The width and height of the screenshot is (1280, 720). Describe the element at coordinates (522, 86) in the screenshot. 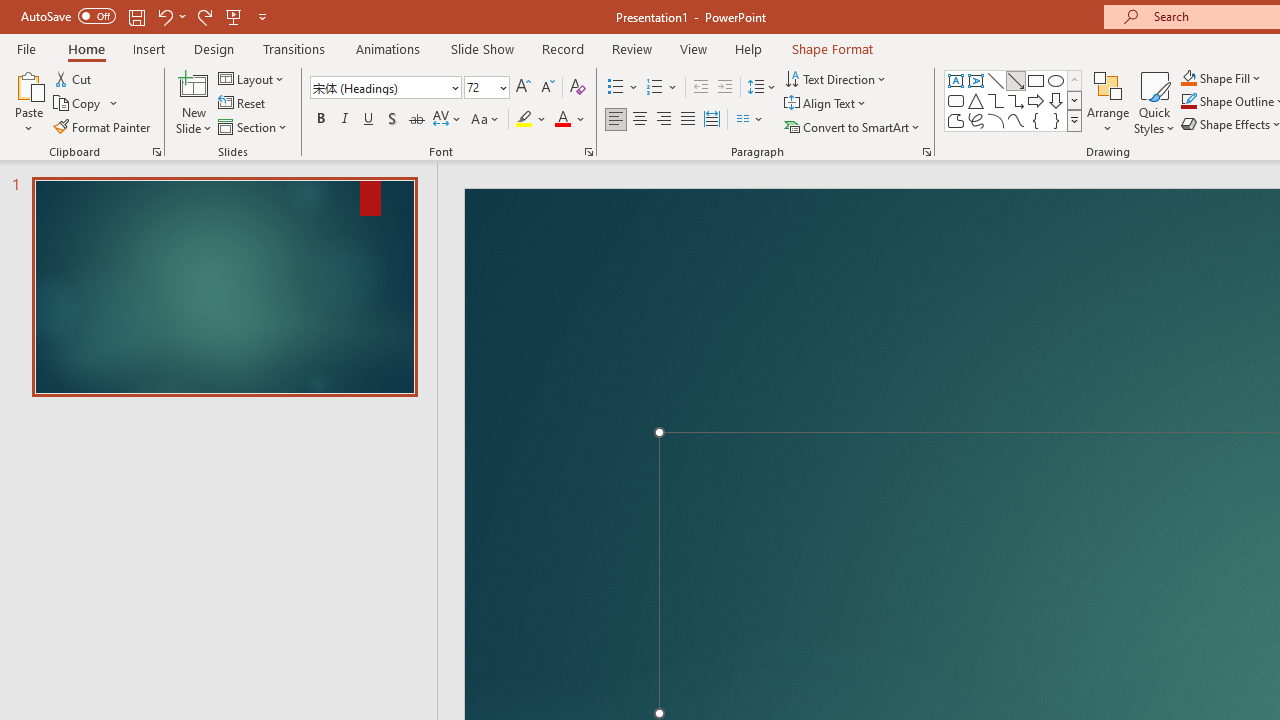

I see `'Increase Font Size'` at that location.